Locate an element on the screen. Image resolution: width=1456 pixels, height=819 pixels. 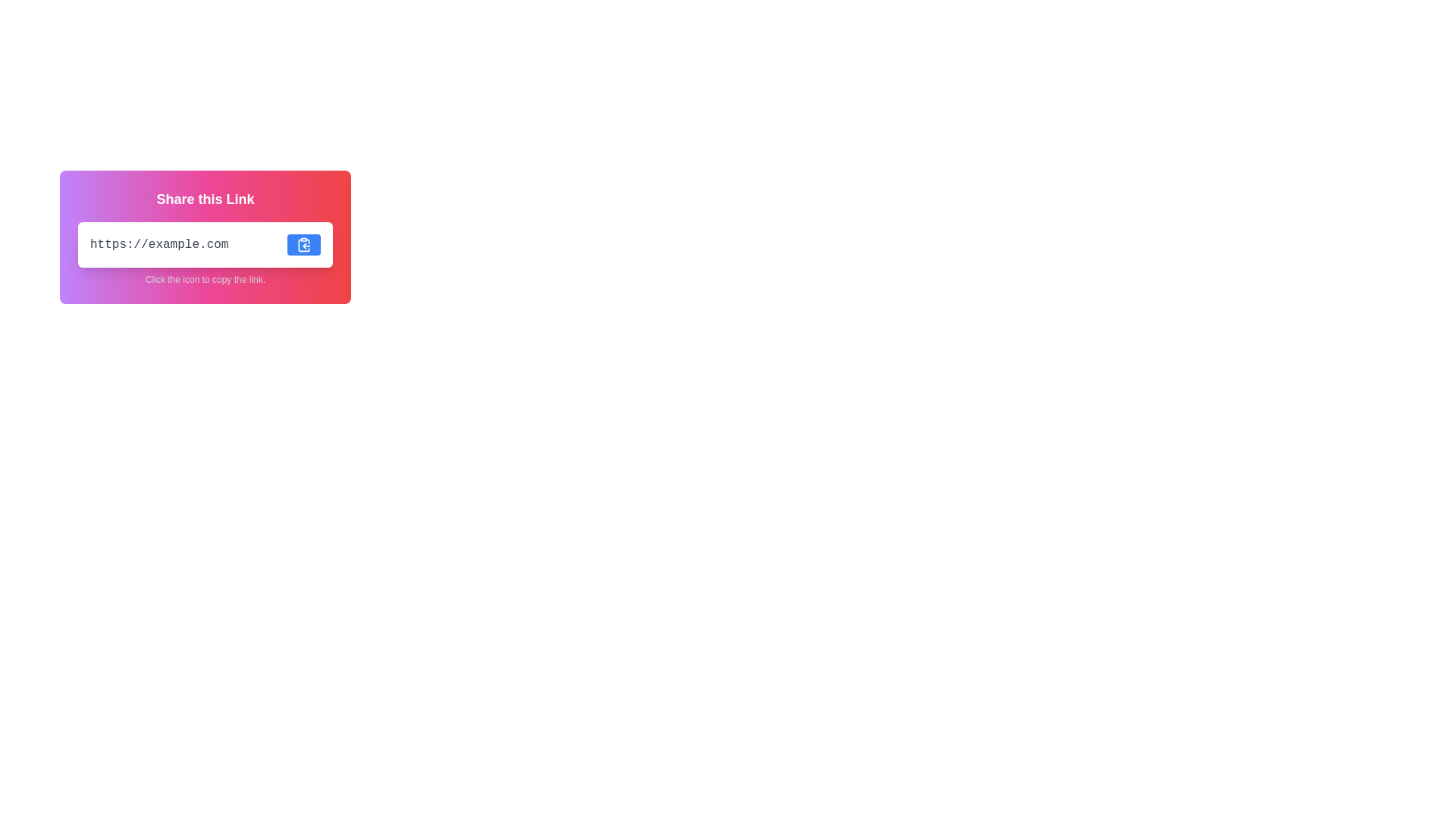
the clipboard-like icon button with a blue background and white border in the top-right corner of the 'Share this Link' card interface is located at coordinates (303, 244).